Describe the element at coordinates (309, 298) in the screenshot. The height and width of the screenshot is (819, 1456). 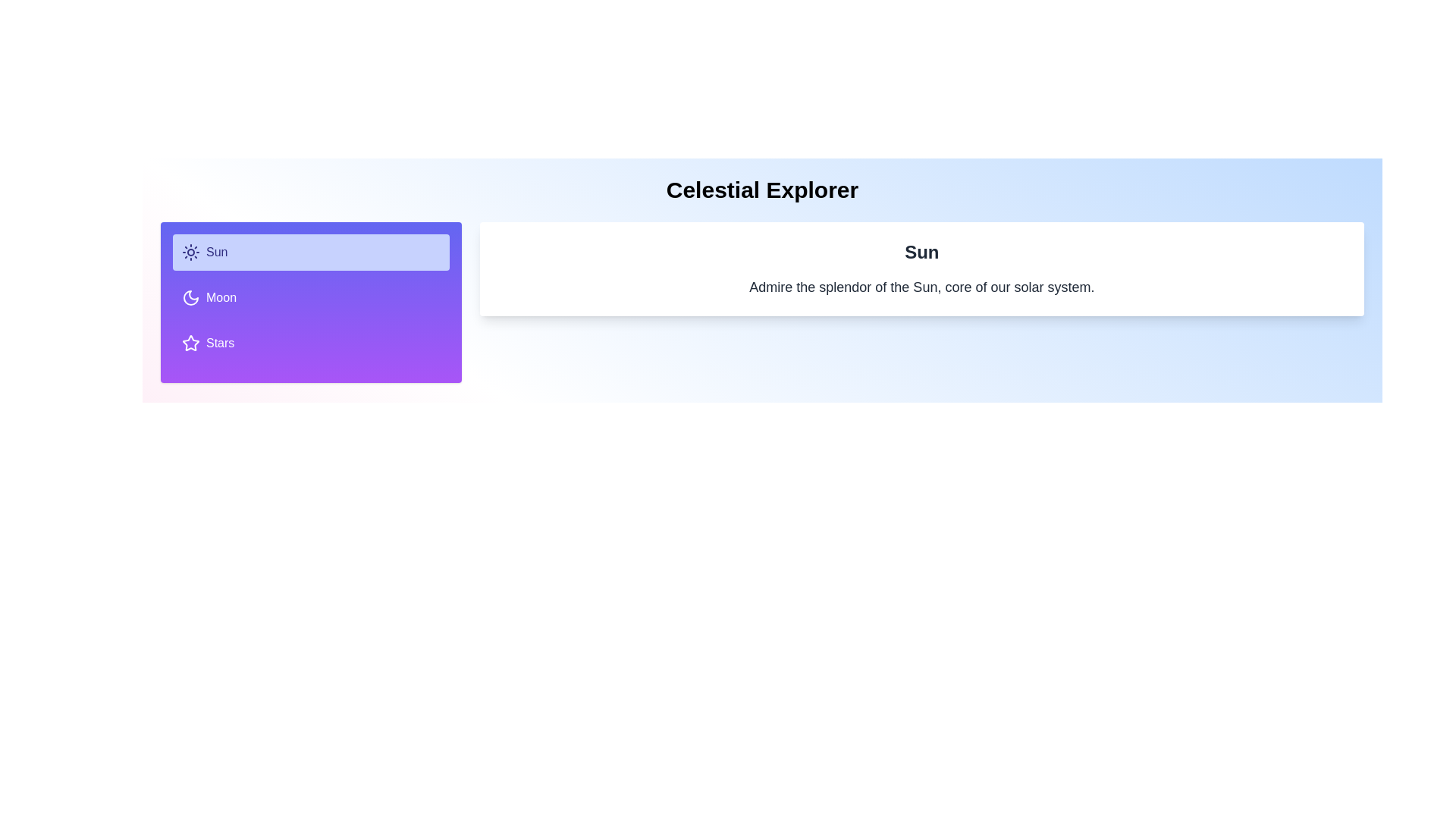
I see `the tab labeled Moon to inspect its content and layout` at that location.